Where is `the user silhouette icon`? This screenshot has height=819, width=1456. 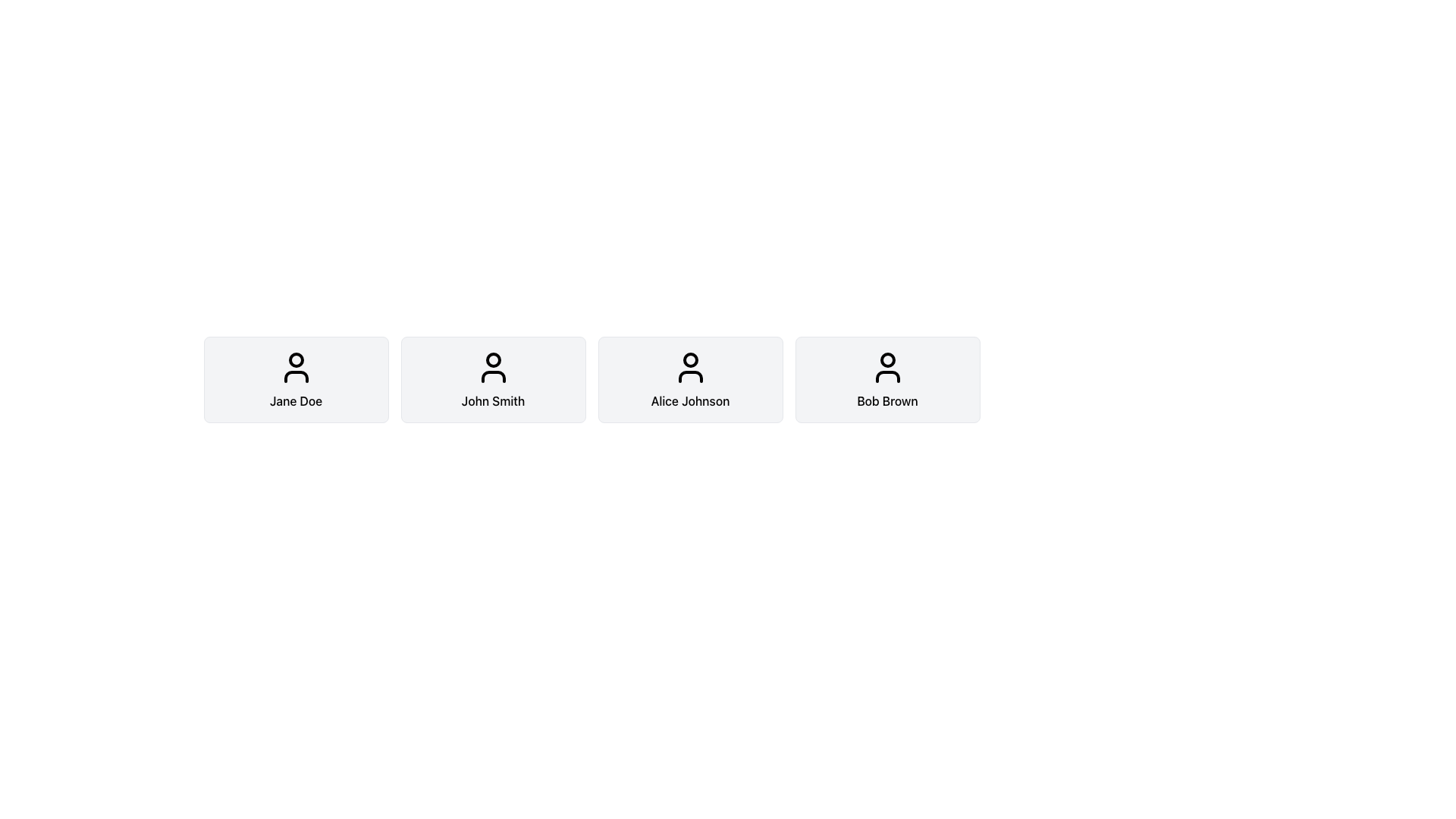 the user silhouette icon is located at coordinates (887, 368).